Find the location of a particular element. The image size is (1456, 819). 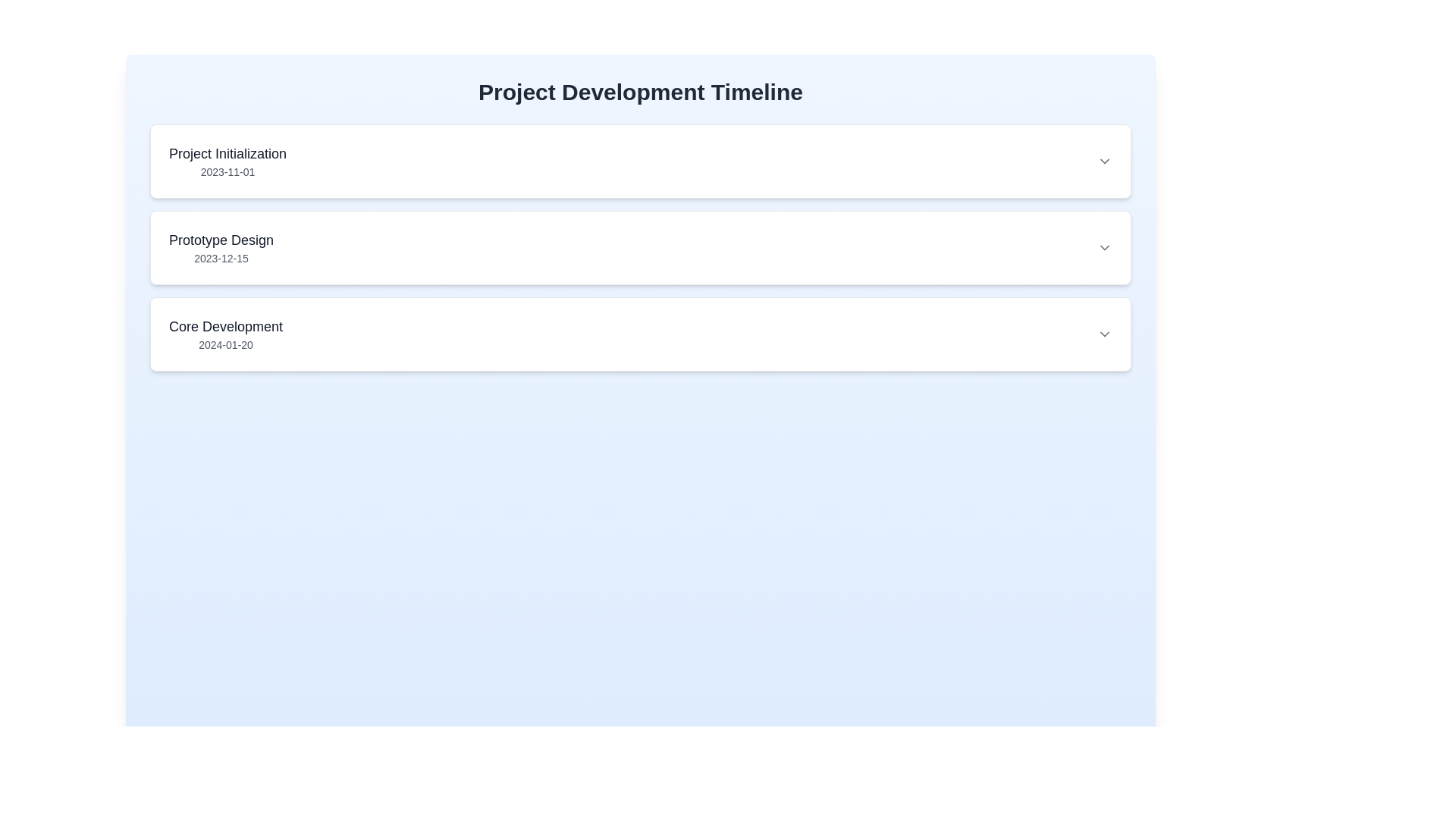

the toggle button located to the far right of the 'Core Development' section, aligned with the title and date is located at coordinates (1105, 333).